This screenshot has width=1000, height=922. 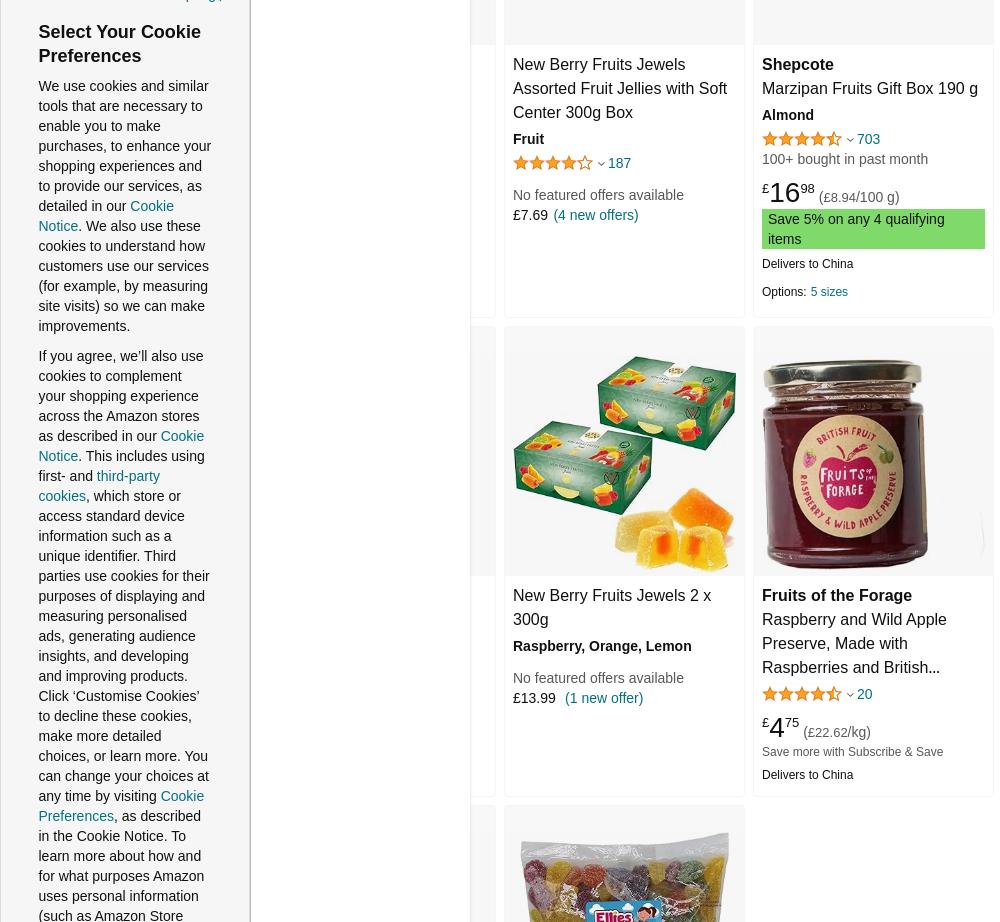 What do you see at coordinates (776, 725) in the screenshot?
I see `'4'` at bounding box center [776, 725].